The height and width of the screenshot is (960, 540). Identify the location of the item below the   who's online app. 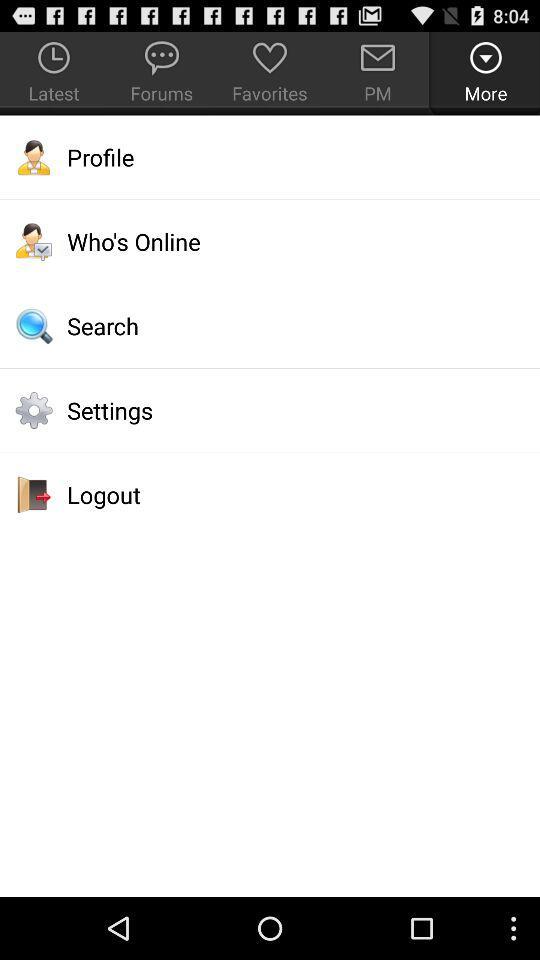
(270, 326).